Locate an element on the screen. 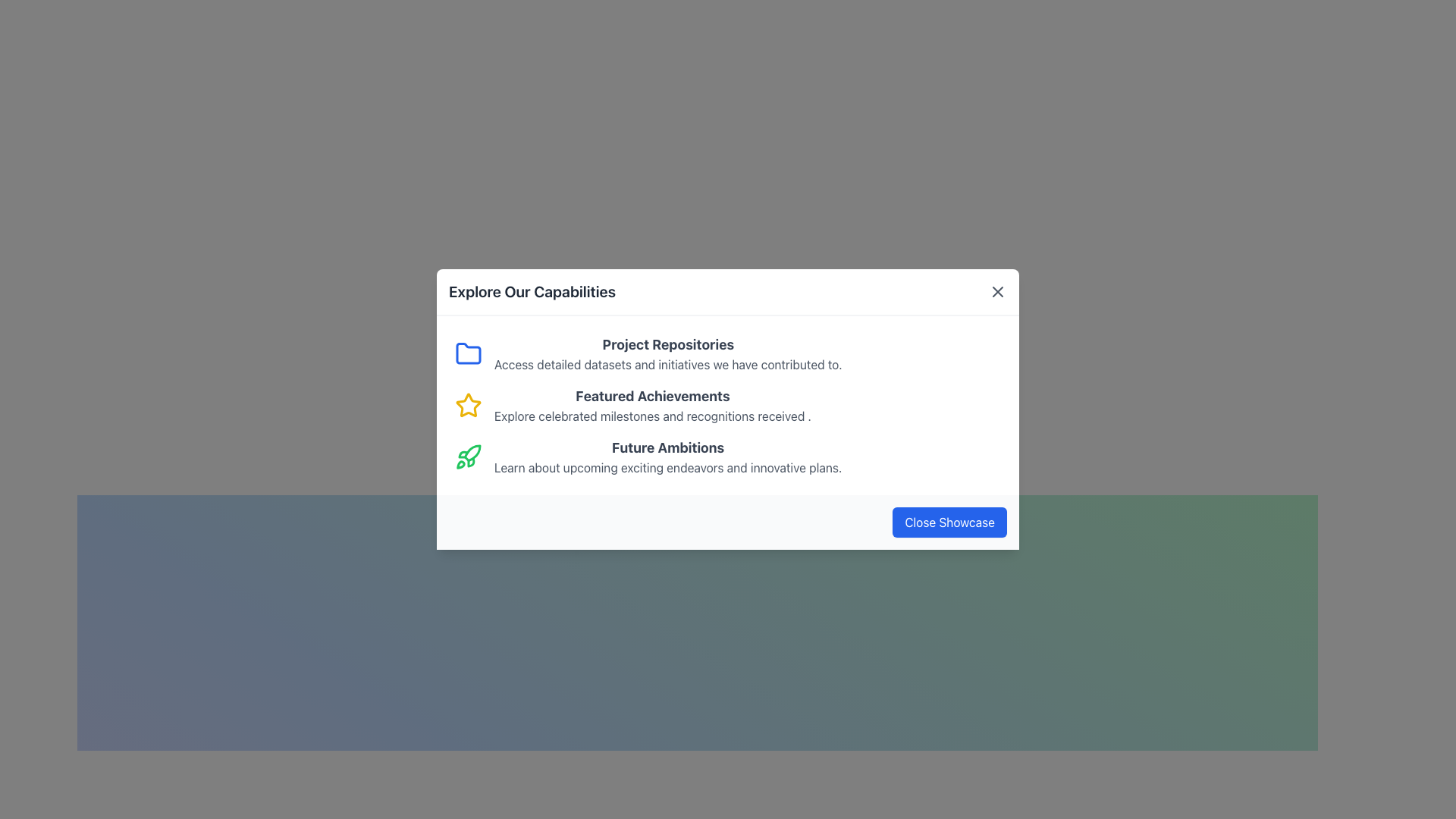 Image resolution: width=1456 pixels, height=819 pixels. the achievements and recognitions section is located at coordinates (728, 405).